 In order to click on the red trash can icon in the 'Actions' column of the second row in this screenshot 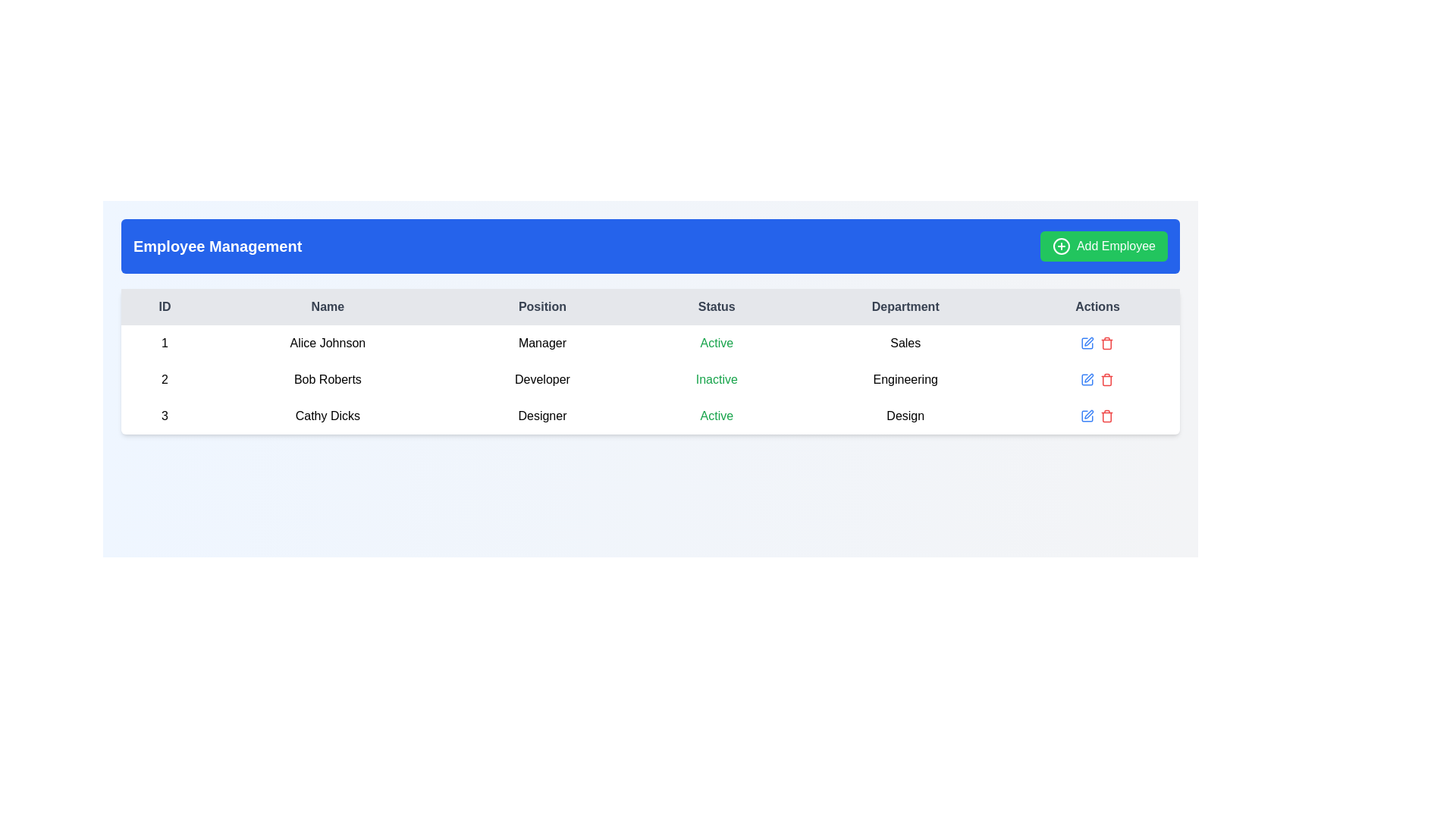, I will do `click(1107, 379)`.